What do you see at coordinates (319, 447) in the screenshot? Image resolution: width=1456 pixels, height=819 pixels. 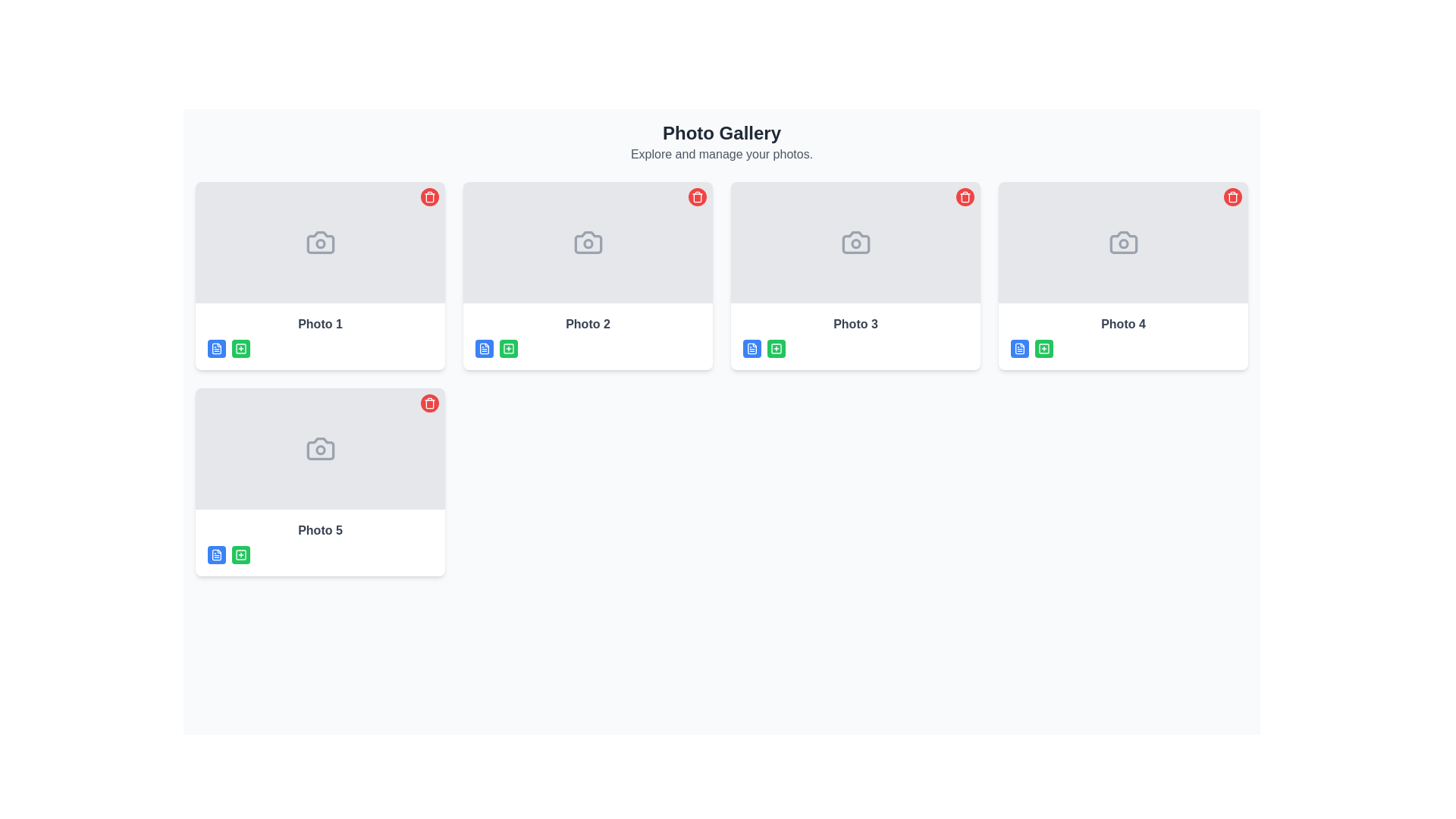 I see `the left section of the camera icon within the 'Photo 5' thumbnail box located in the bottom-left corner of the gallery layout` at bounding box center [319, 447].